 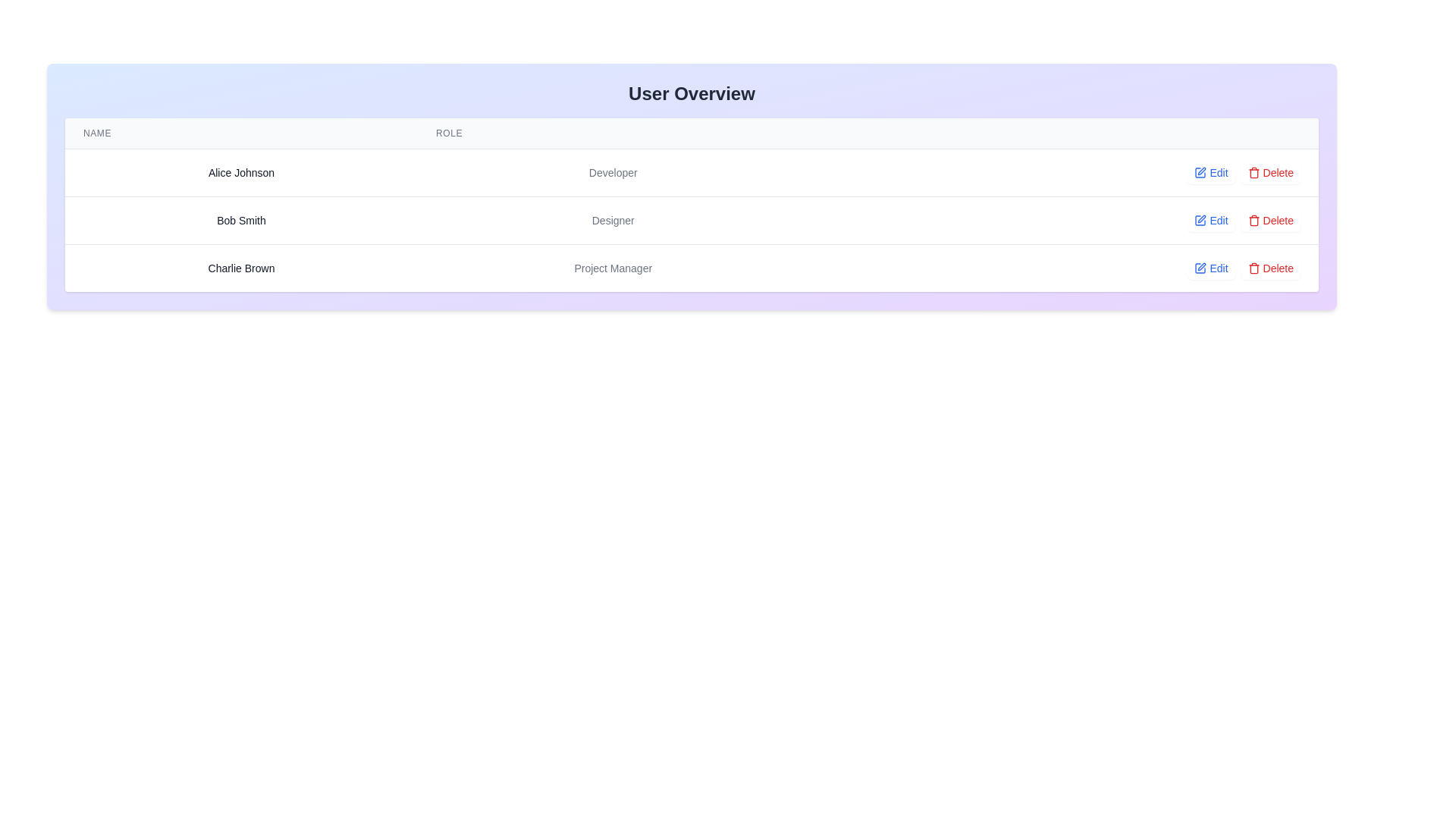 I want to click on the 'Delete' button, which is part of a group of action buttons labeled 'Edit' in blue and 'Delete' in red, located on the right side of the table row for 'Charlie Brown', the Project Manager, so click(x=1062, y=267).